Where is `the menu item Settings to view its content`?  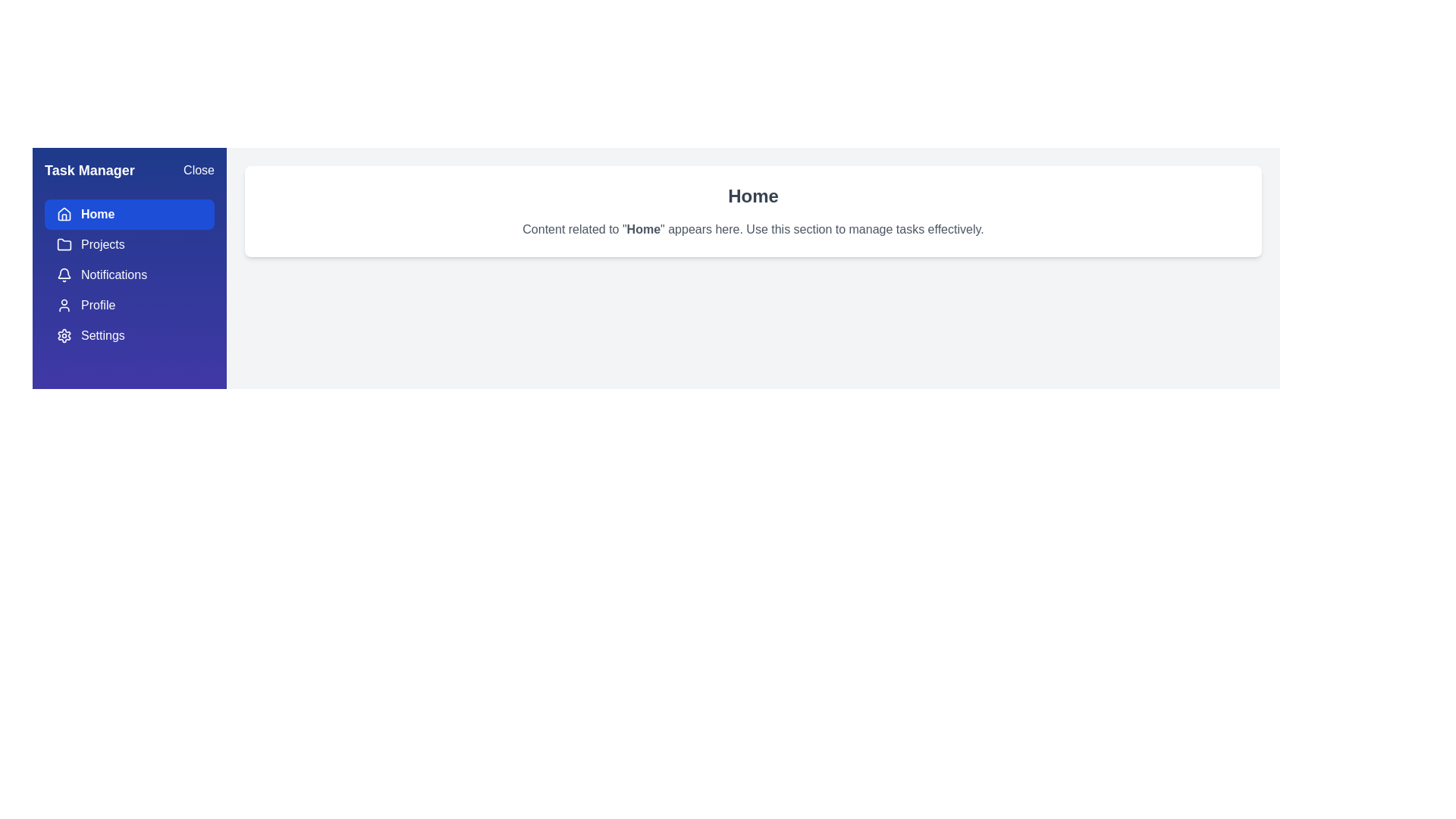 the menu item Settings to view its content is located at coordinates (130, 335).